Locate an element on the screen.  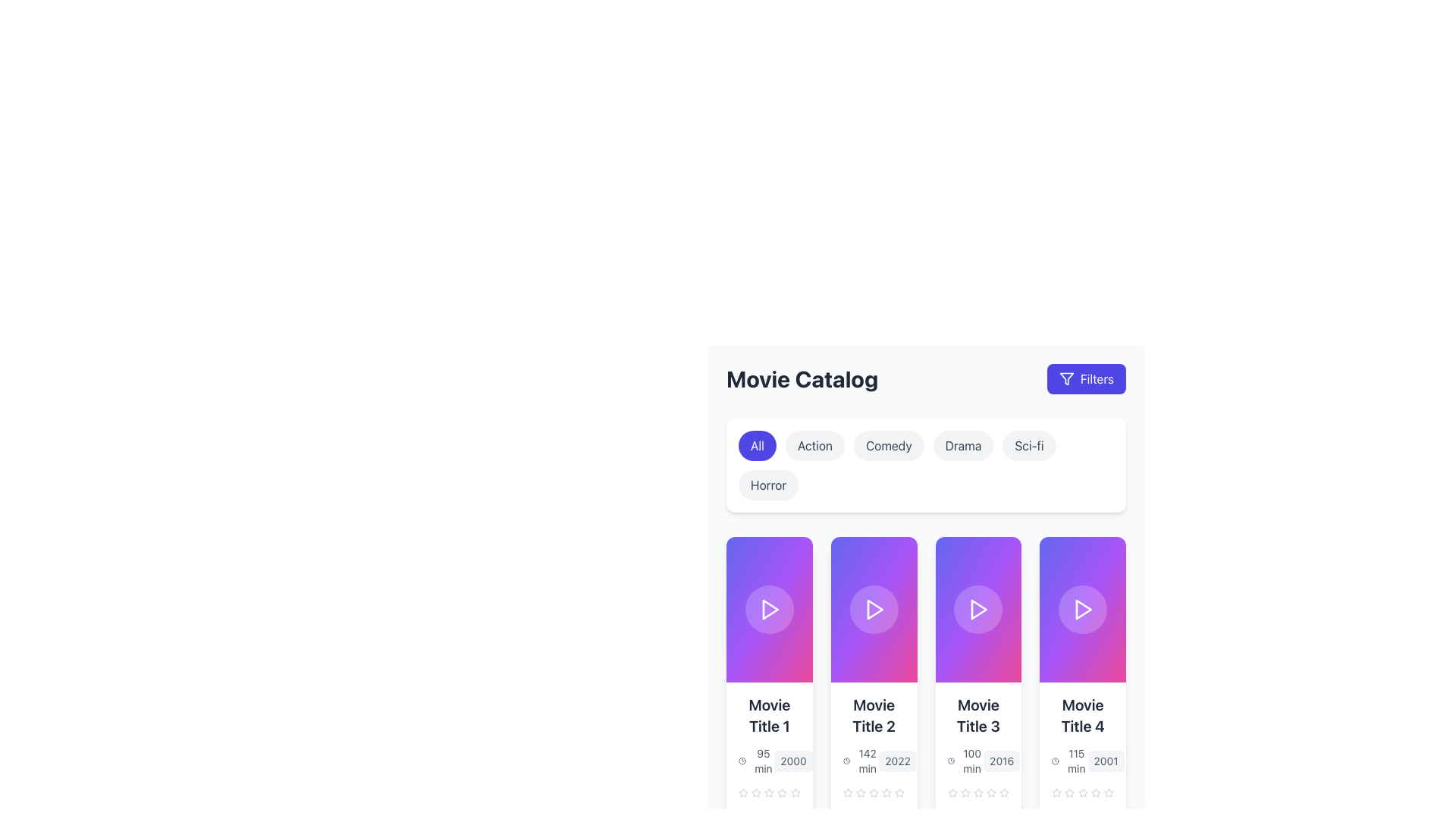
the 'Action' button, which is a light gray rounded rectangular button with a darker gray hover effect, located between the 'All' and 'Comedy' buttons is located at coordinates (814, 444).